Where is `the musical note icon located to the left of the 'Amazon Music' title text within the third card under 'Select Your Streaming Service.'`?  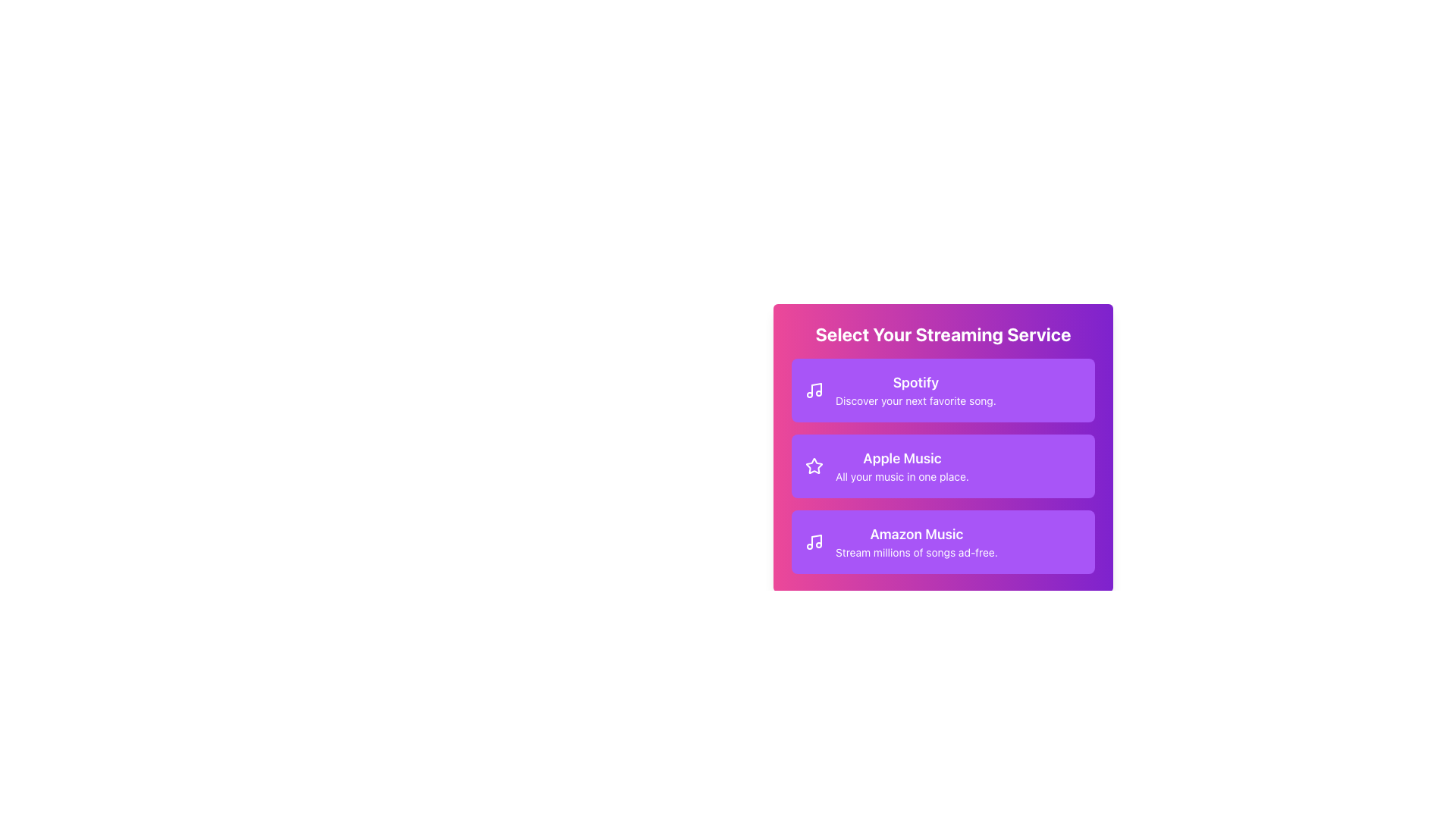 the musical note icon located to the left of the 'Amazon Music' title text within the third card under 'Select Your Streaming Service.' is located at coordinates (814, 541).